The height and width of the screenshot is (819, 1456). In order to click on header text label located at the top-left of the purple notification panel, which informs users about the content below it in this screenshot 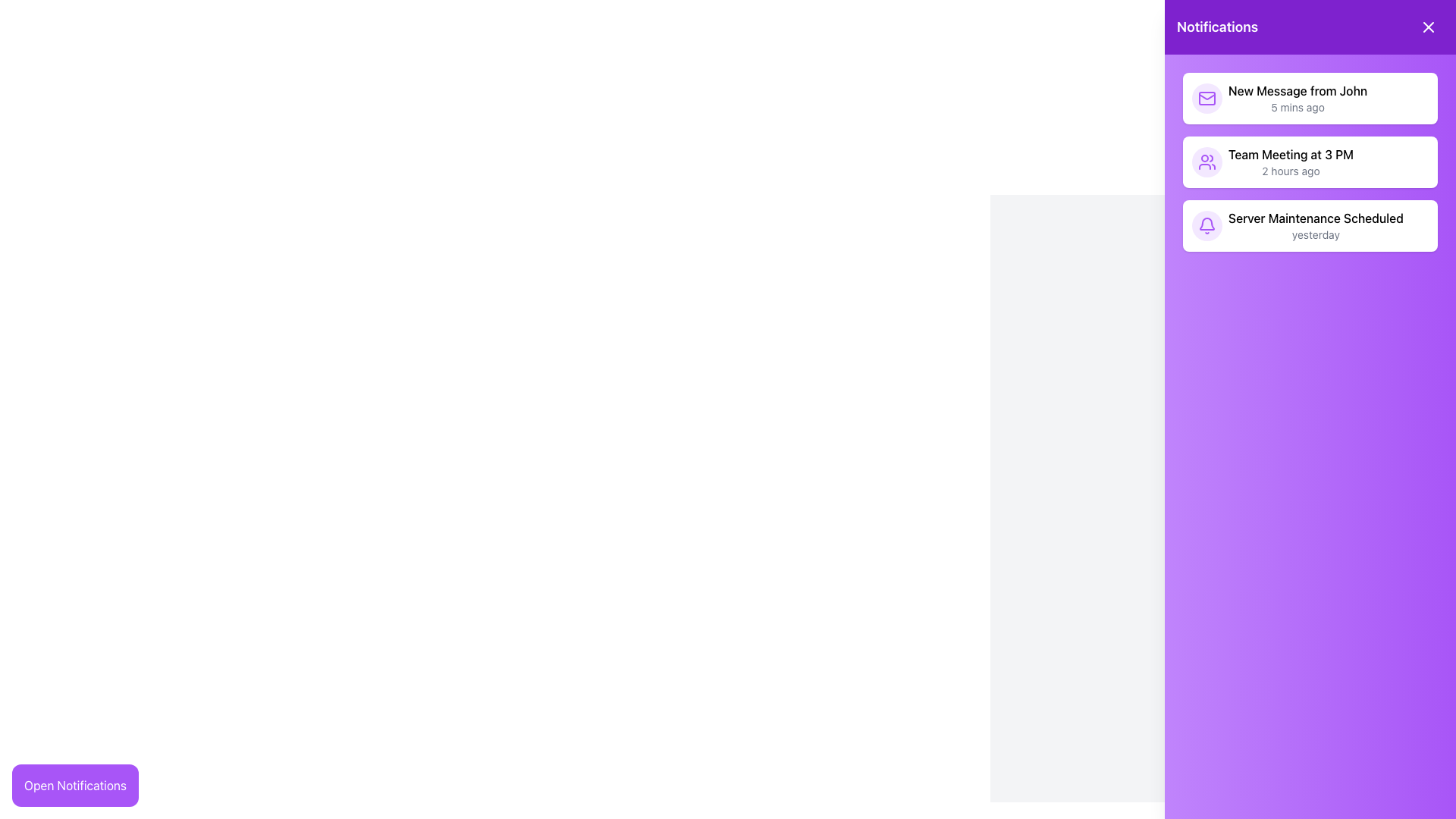, I will do `click(1217, 27)`.